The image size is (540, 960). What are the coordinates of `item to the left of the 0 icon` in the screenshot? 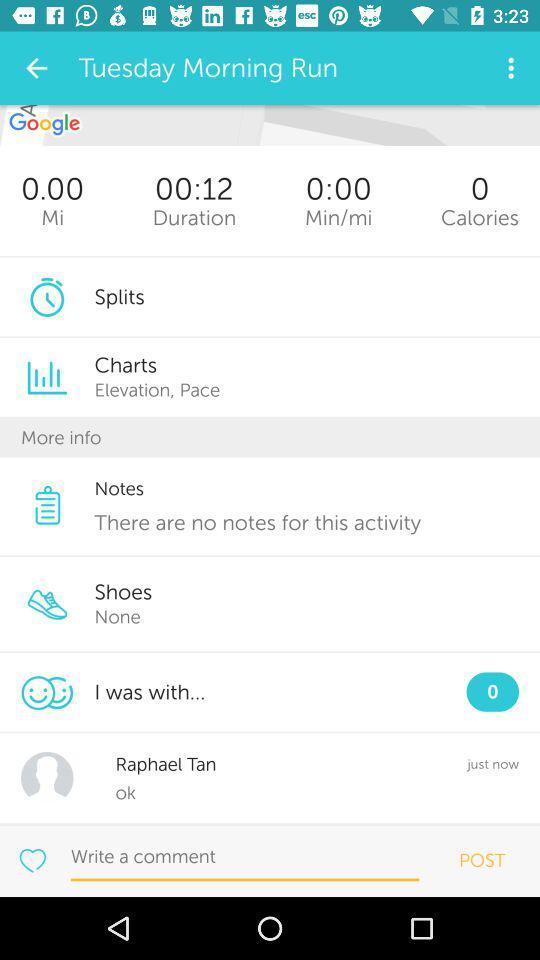 It's located at (337, 217).